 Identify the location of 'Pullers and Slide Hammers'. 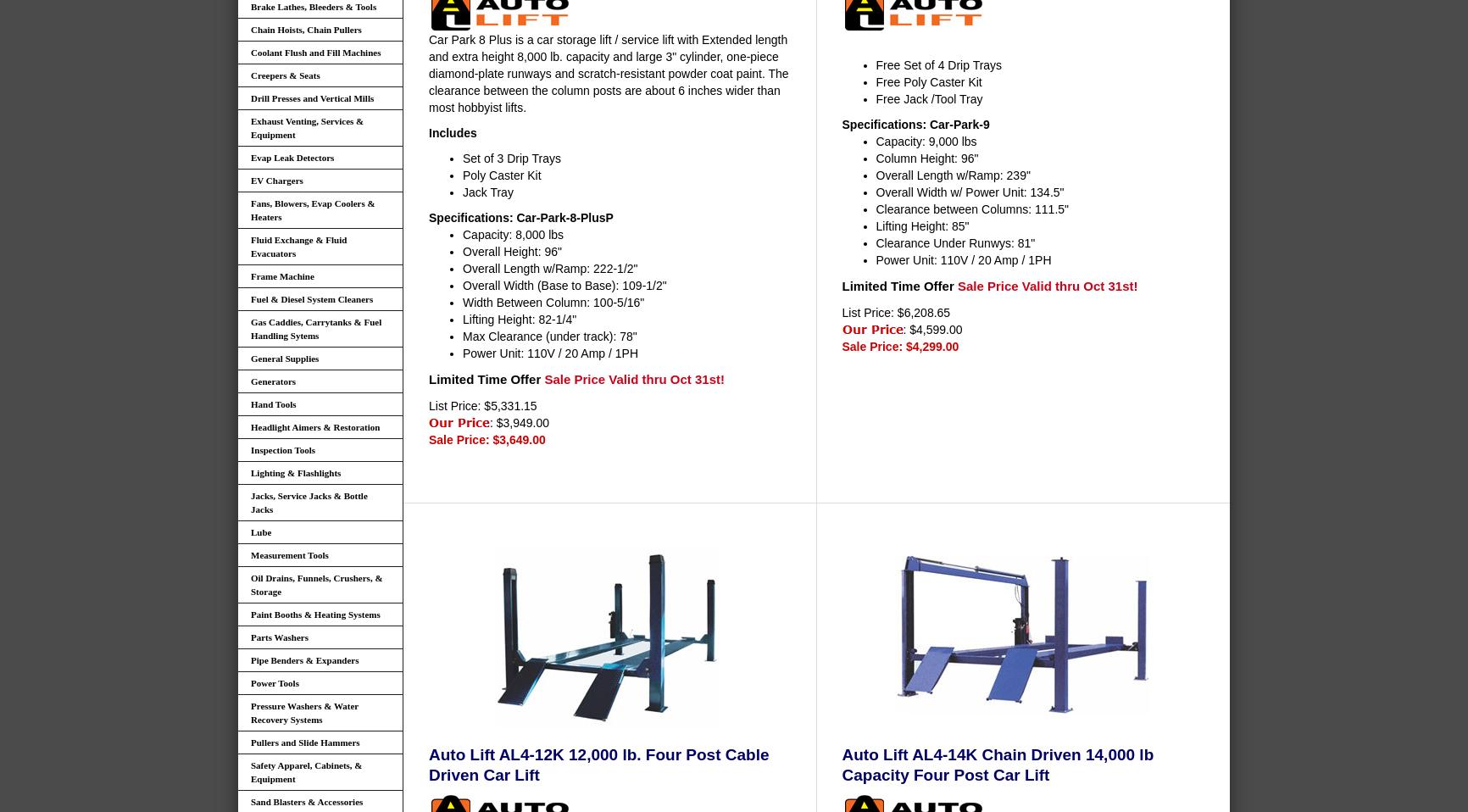
(304, 741).